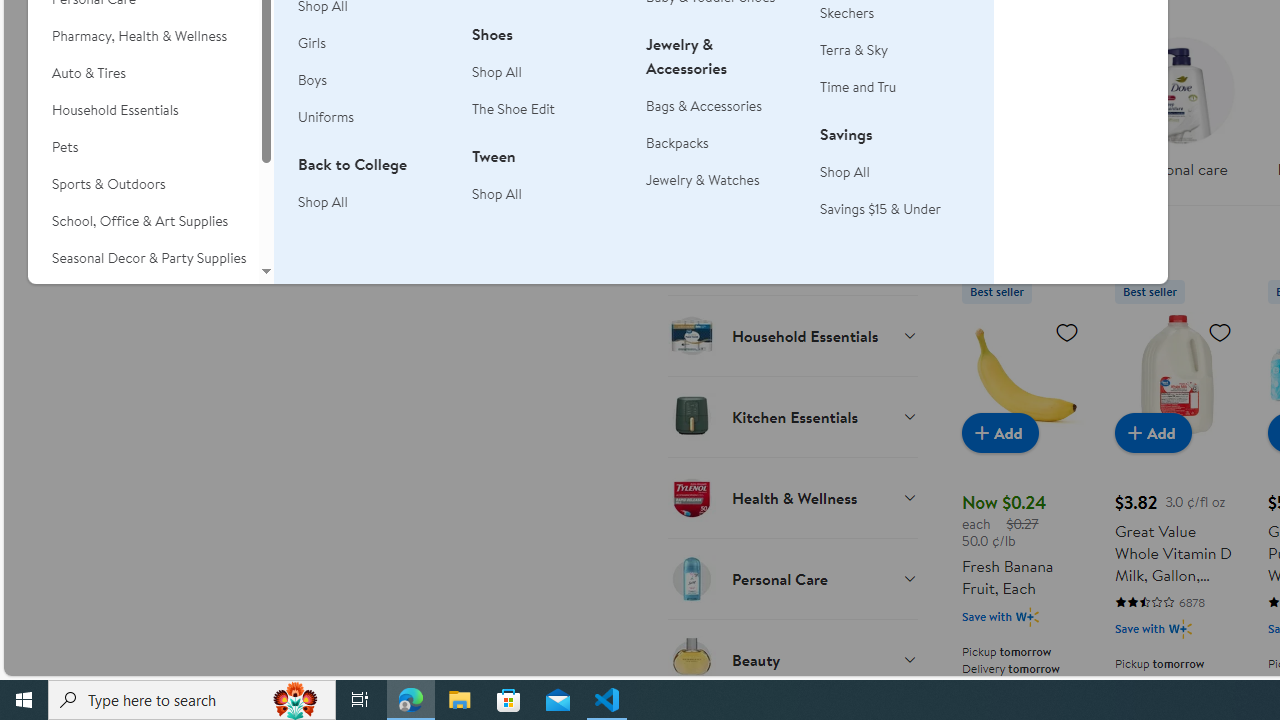 Image resolution: width=1280 pixels, height=720 pixels. What do you see at coordinates (704, 105) in the screenshot?
I see `'Bags & Accessories'` at bounding box center [704, 105].